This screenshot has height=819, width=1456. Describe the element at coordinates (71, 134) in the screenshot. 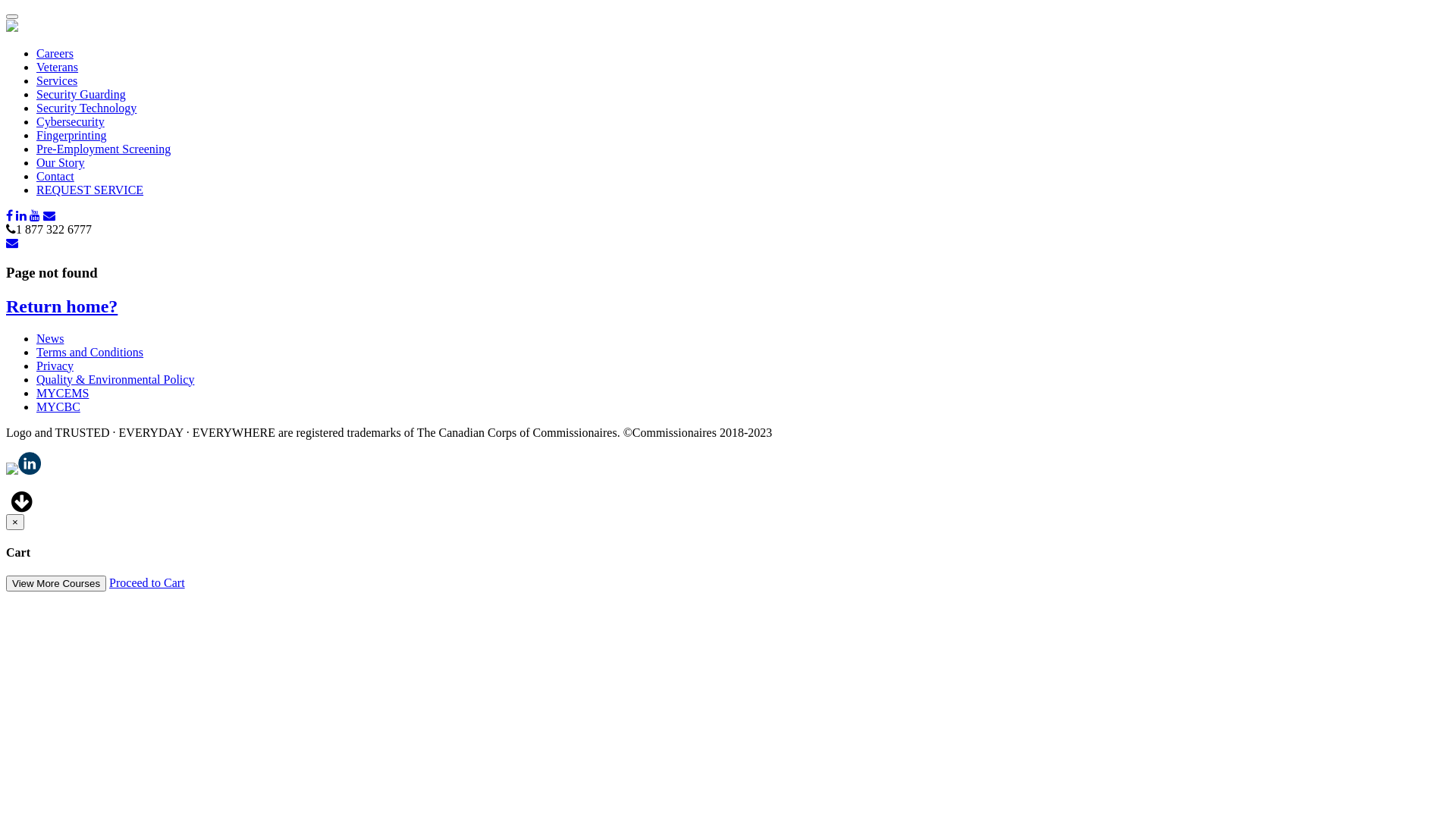

I see `'Fingerprinting'` at that location.